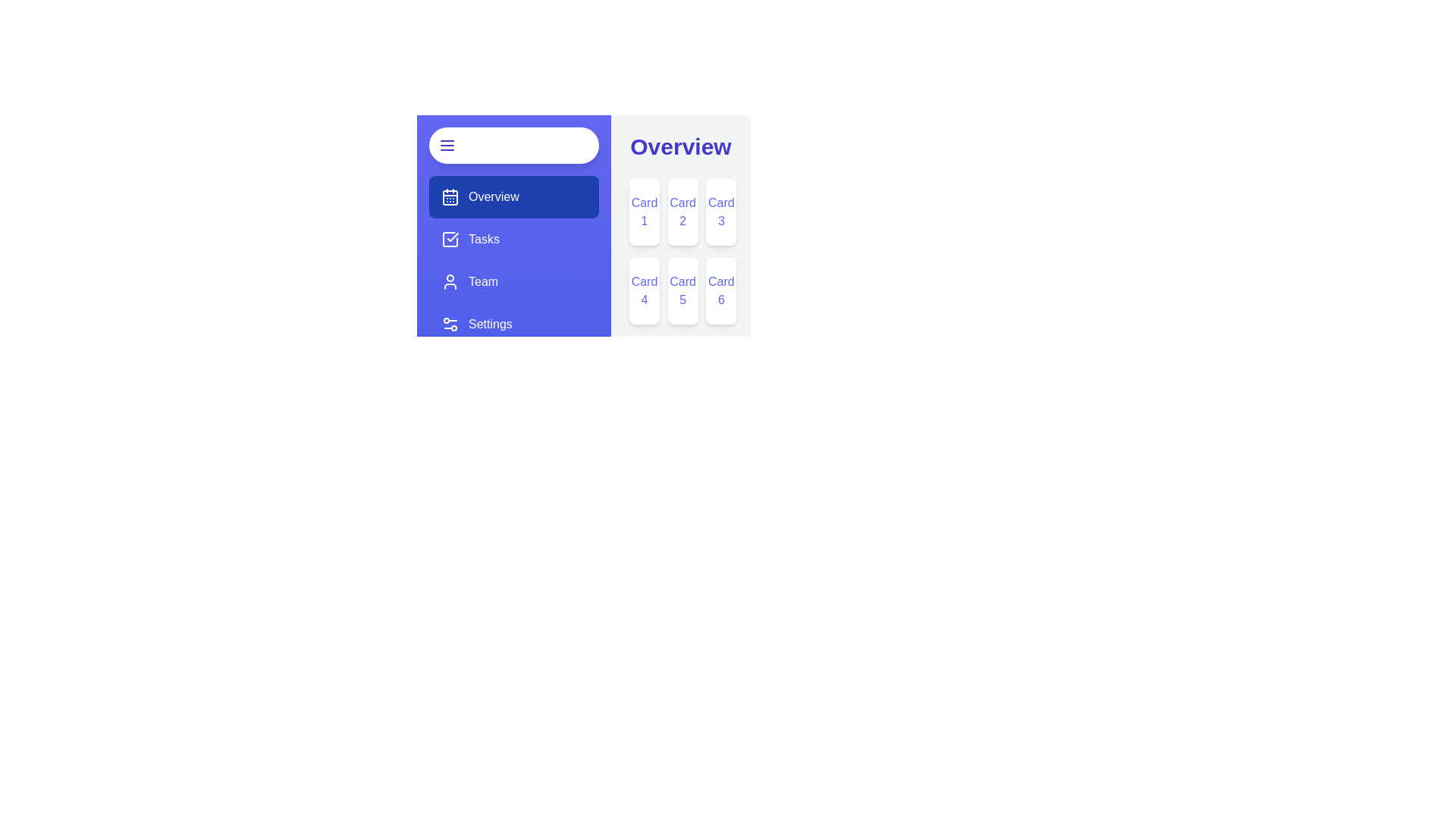 The image size is (1456, 819). Describe the element at coordinates (513, 239) in the screenshot. I see `the tab labeled Tasks from the sidebar` at that location.